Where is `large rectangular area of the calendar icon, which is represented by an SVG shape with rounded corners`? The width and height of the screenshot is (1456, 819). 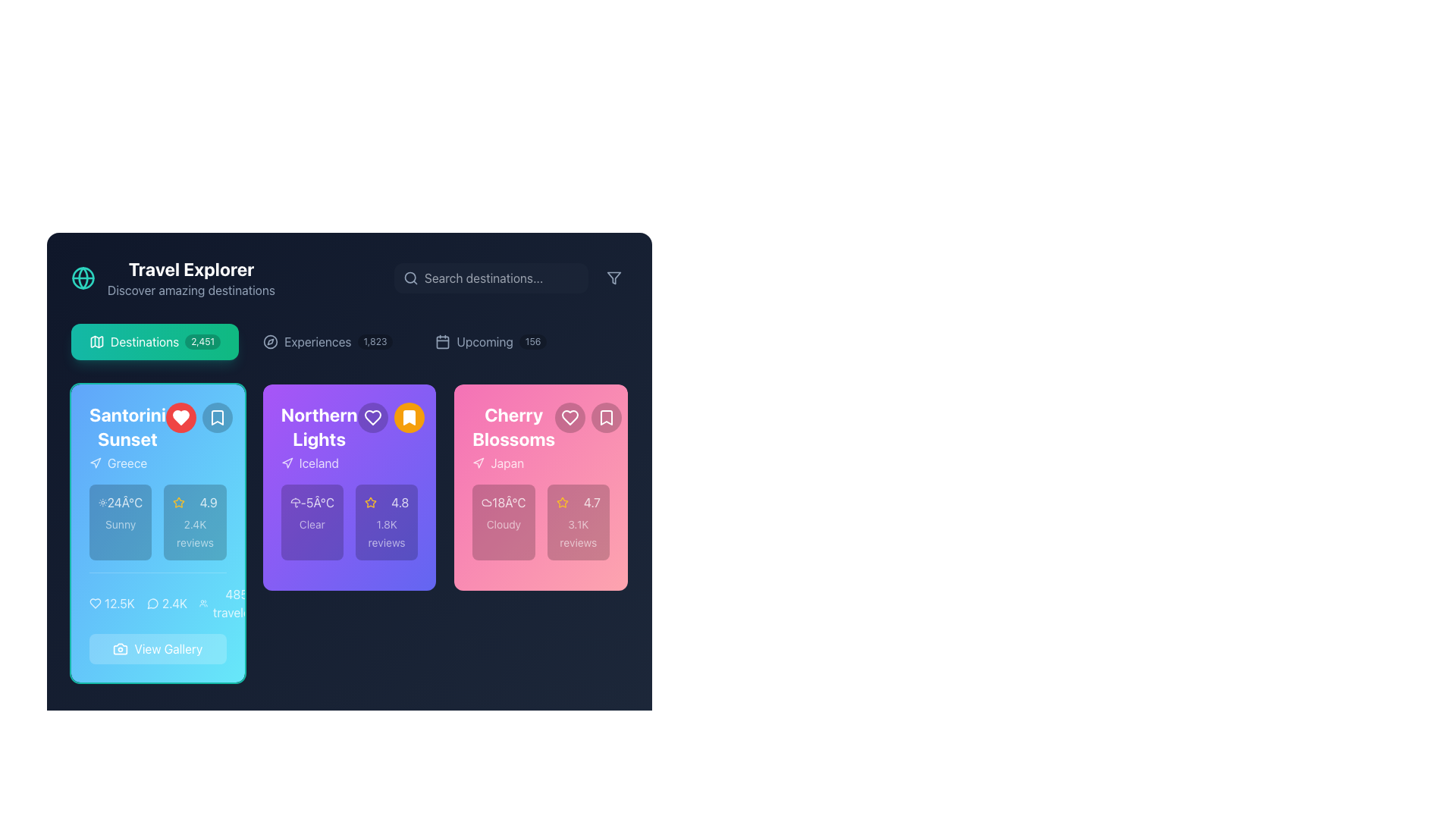 large rectangular area of the calendar icon, which is represented by an SVG shape with rounded corners is located at coordinates (442, 342).